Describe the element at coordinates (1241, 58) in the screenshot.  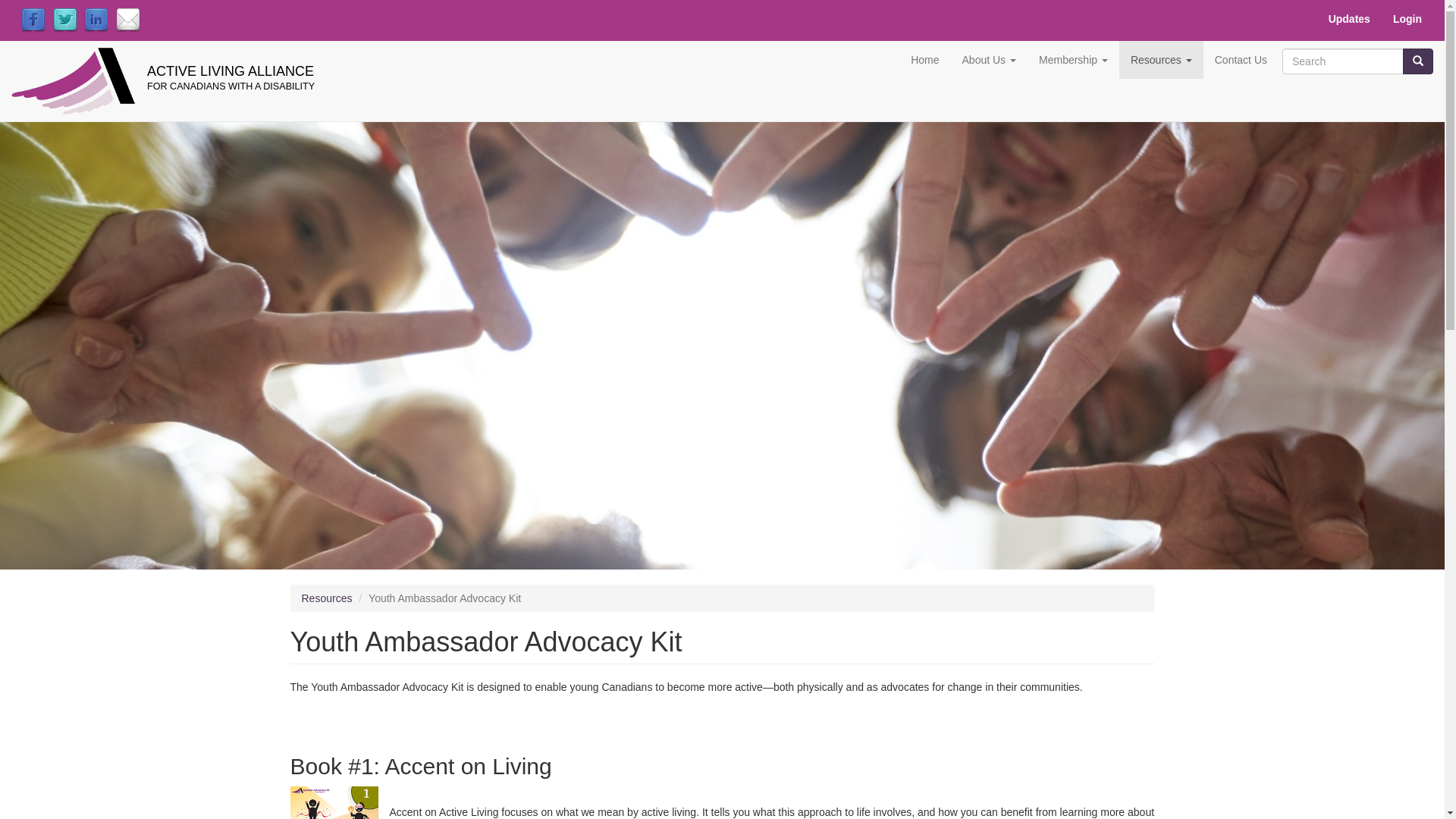
I see `'Contact Us'` at that location.